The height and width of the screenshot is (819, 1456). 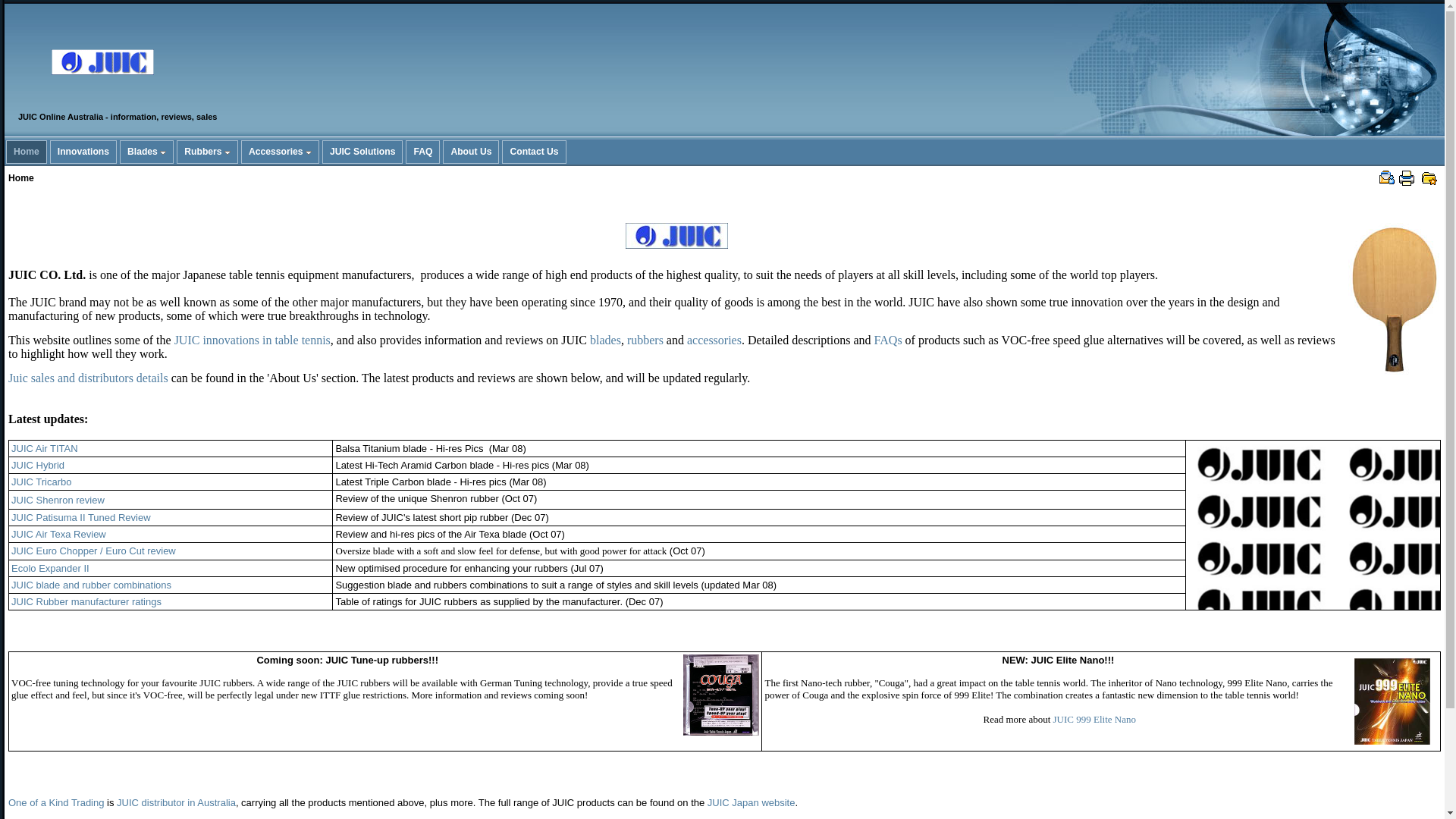 I want to click on 'Innovations', so click(x=51, y=152).